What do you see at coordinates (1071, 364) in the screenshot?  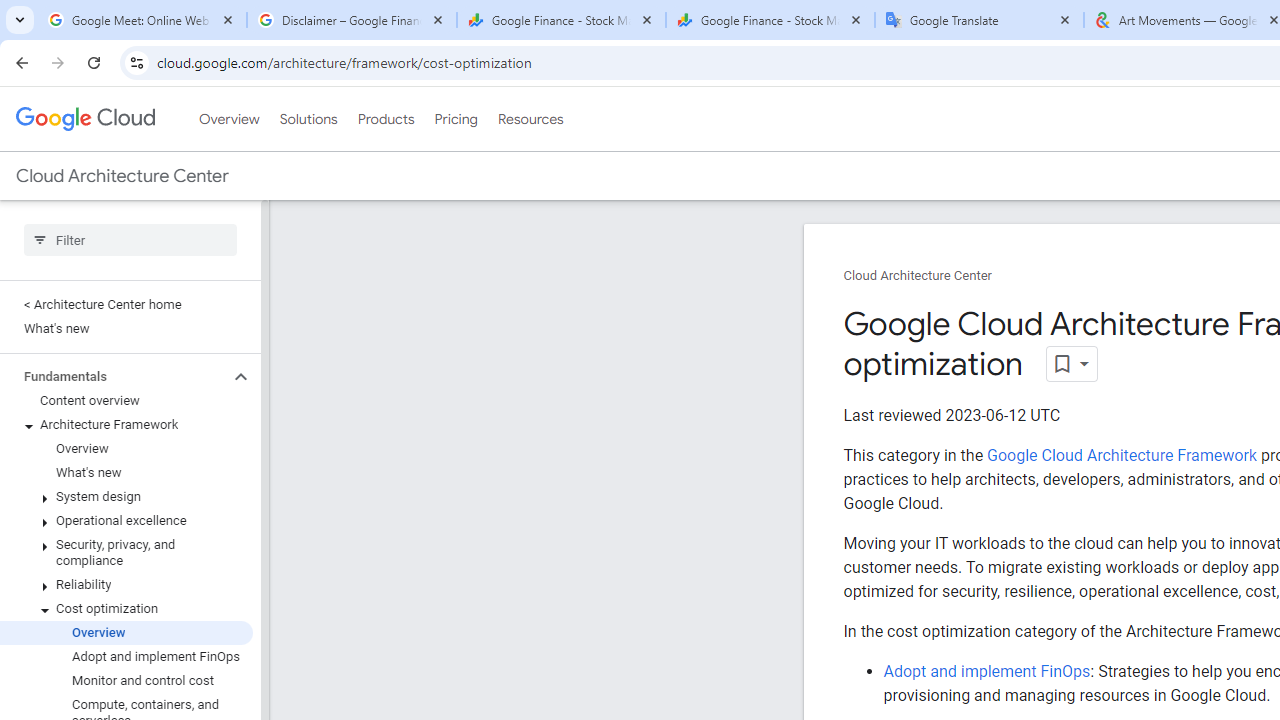 I see `'Open dropdown'` at bounding box center [1071, 364].